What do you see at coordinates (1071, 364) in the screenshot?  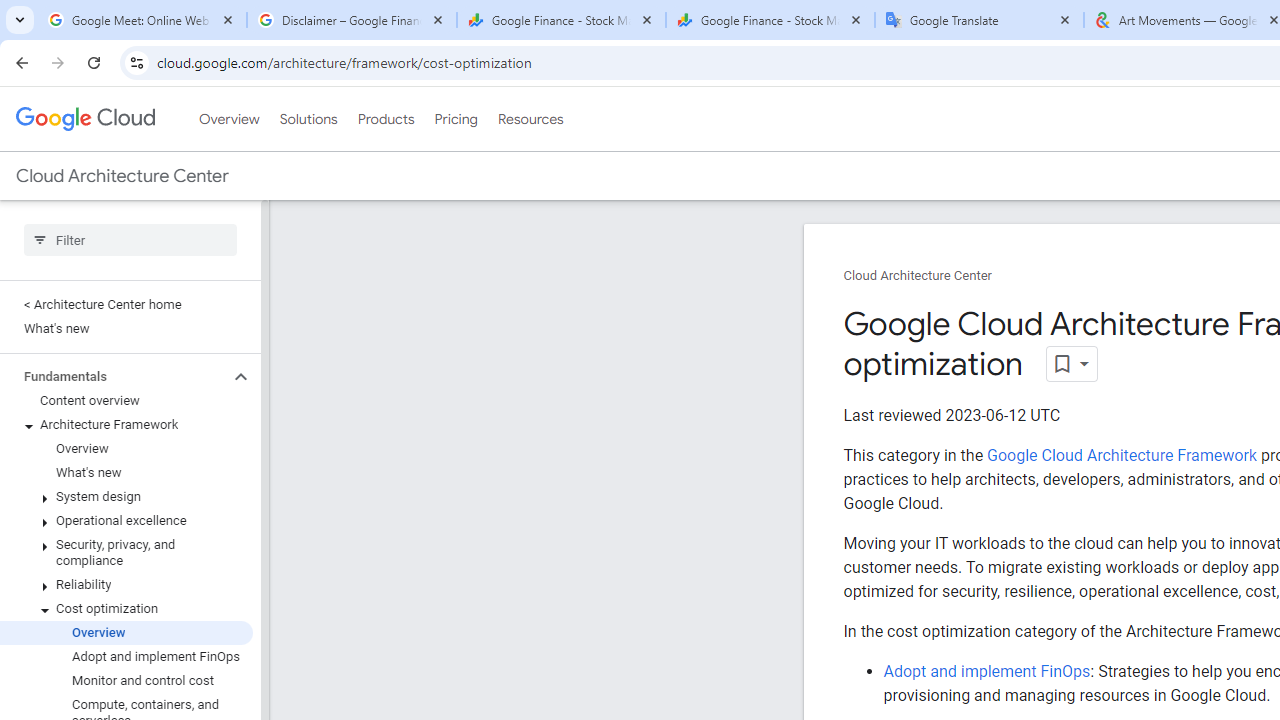 I see `'Open dropdown'` at bounding box center [1071, 364].